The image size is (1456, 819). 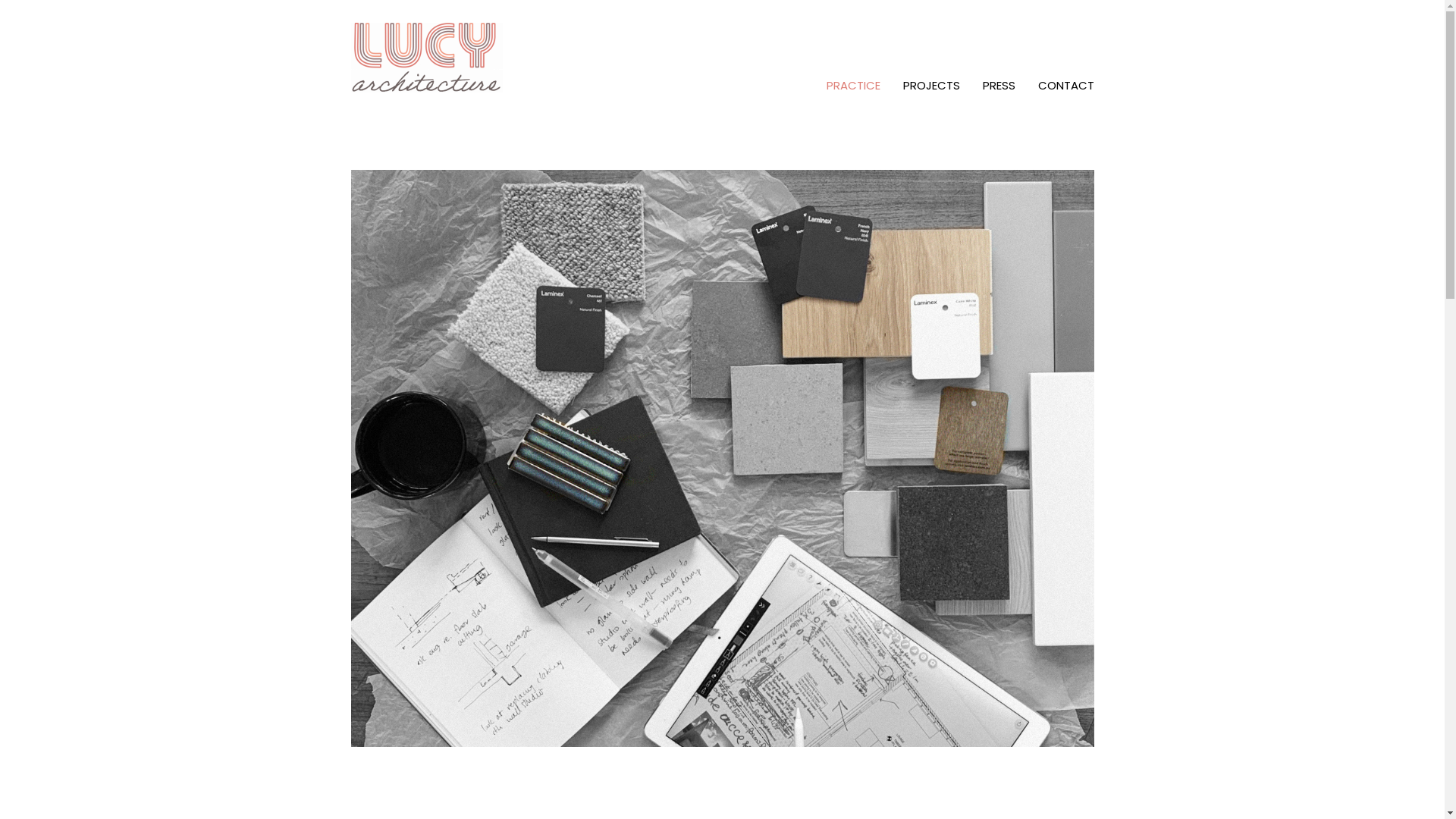 What do you see at coordinates (930, 86) in the screenshot?
I see `'PROJECTS'` at bounding box center [930, 86].